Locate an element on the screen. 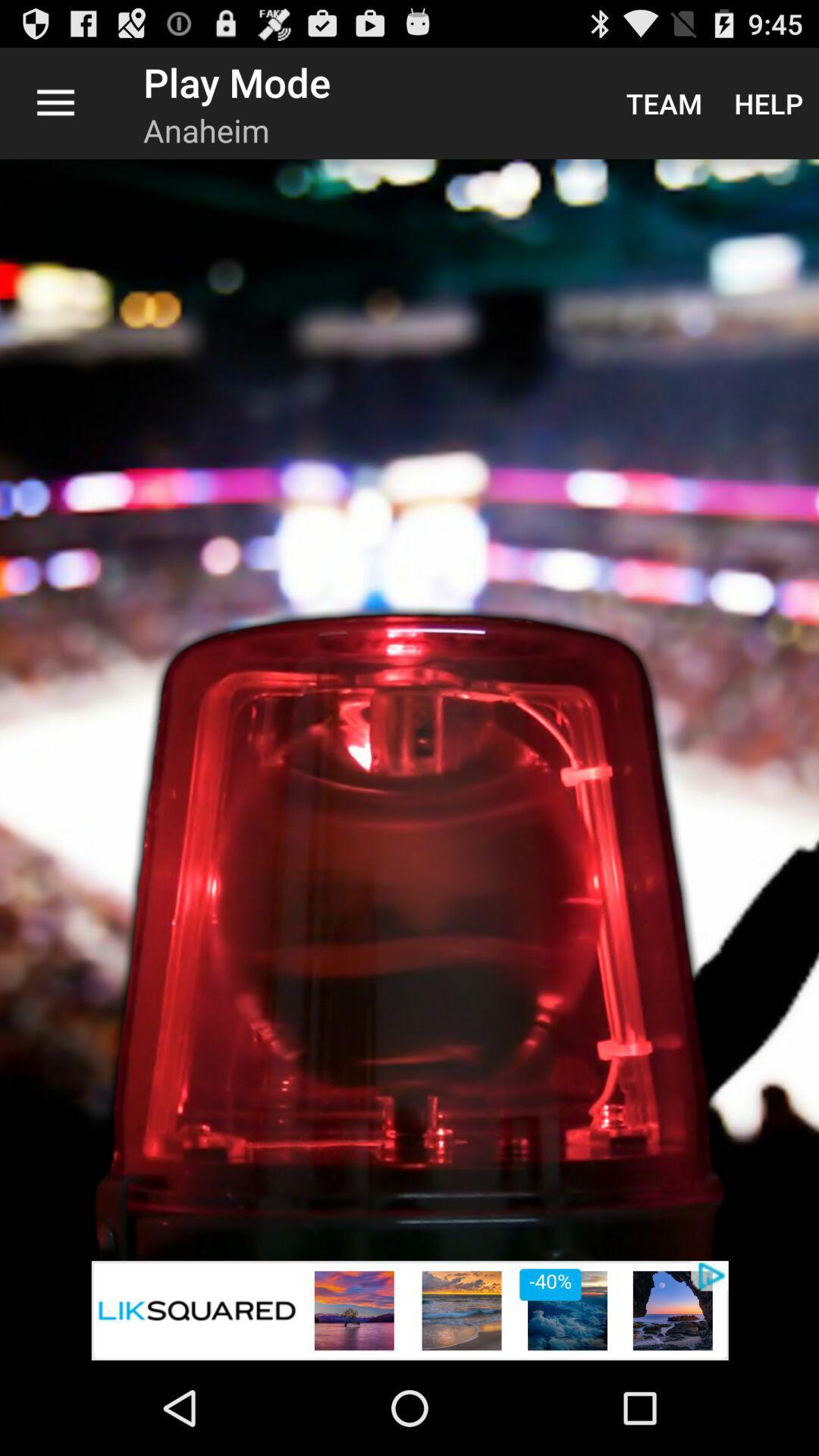 This screenshot has width=819, height=1456. item next to play mode icon is located at coordinates (663, 102).